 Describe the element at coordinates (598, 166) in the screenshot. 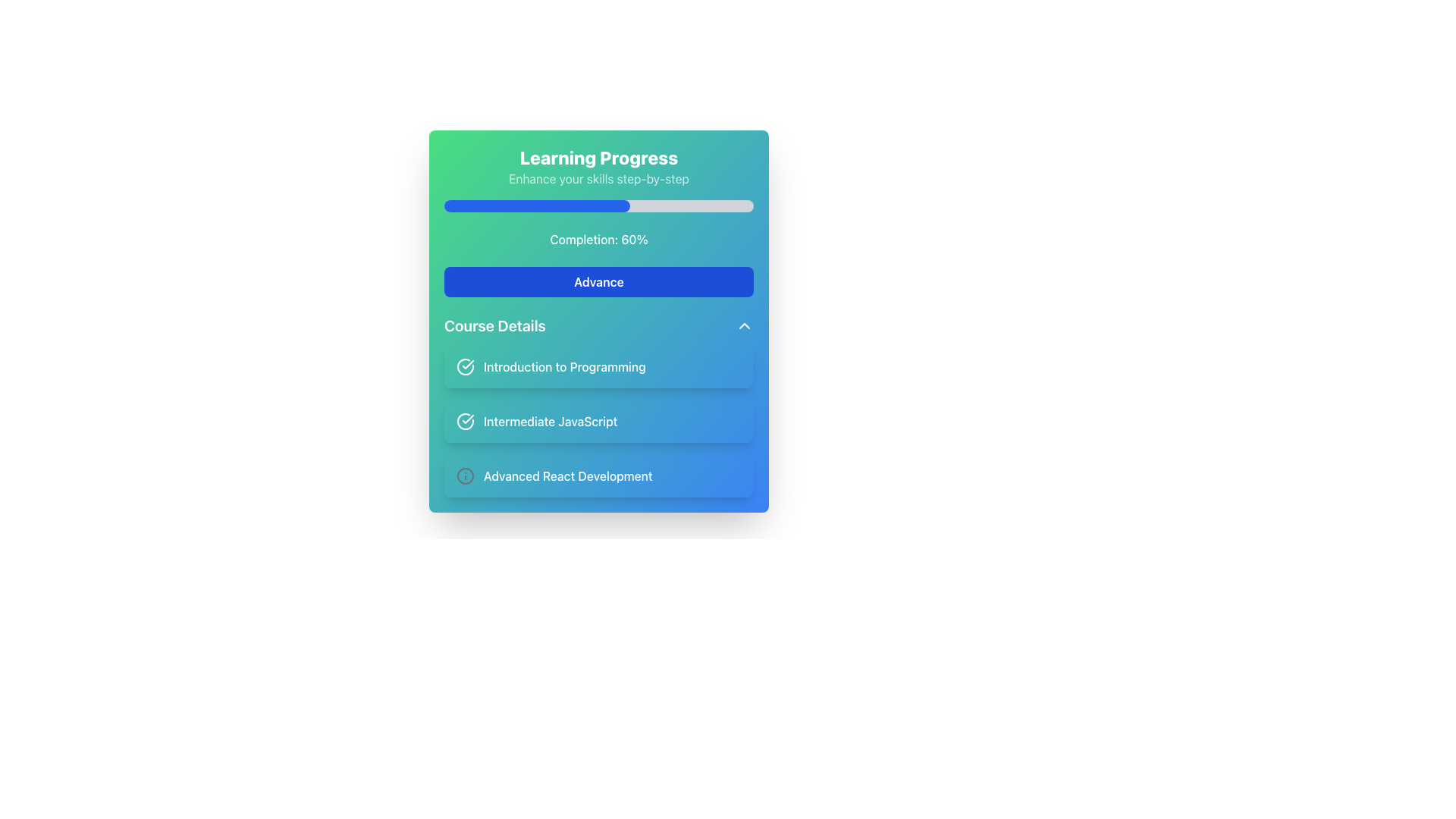

I see `the text block containing 'Learning Progress' and 'Enhance your skills step-by-step', which is centrally aligned within a rounded box with a gradient background` at that location.